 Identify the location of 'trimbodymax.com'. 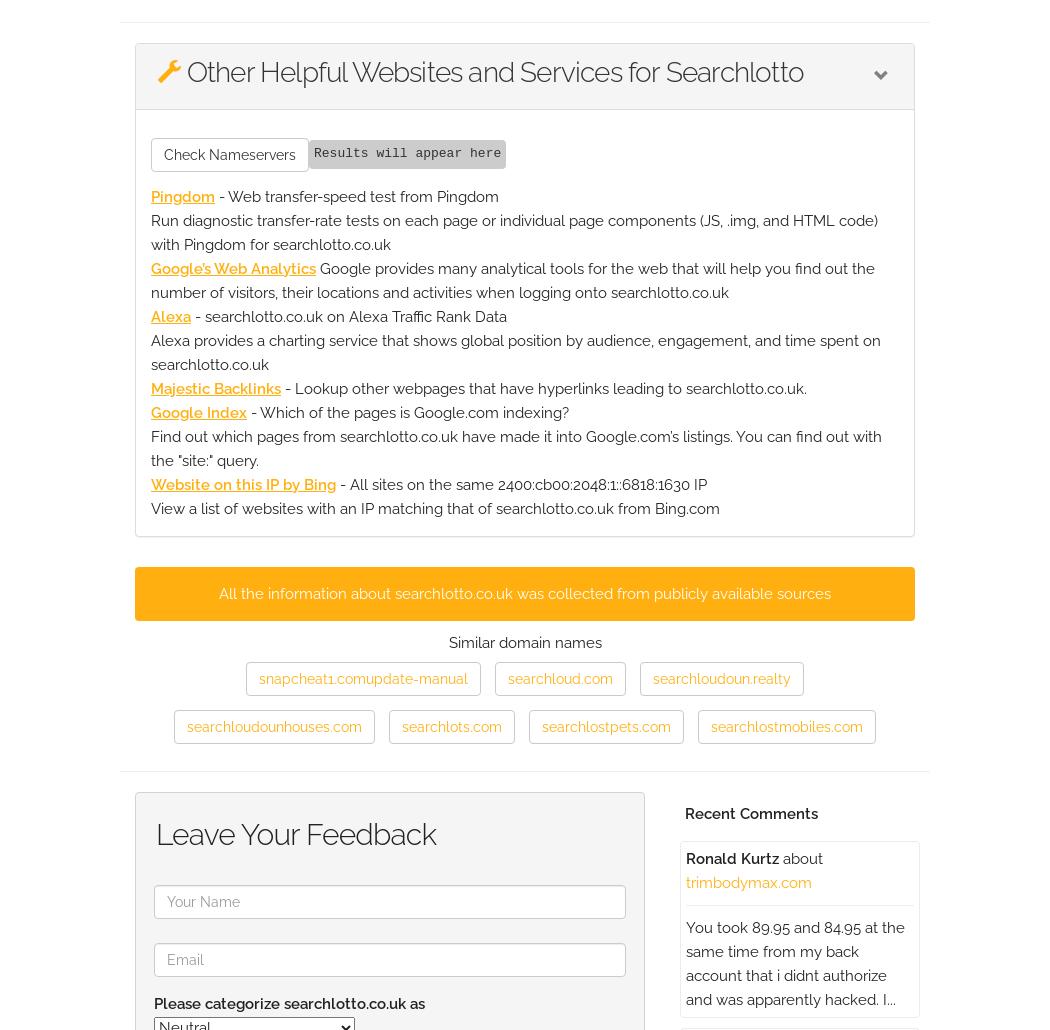
(685, 881).